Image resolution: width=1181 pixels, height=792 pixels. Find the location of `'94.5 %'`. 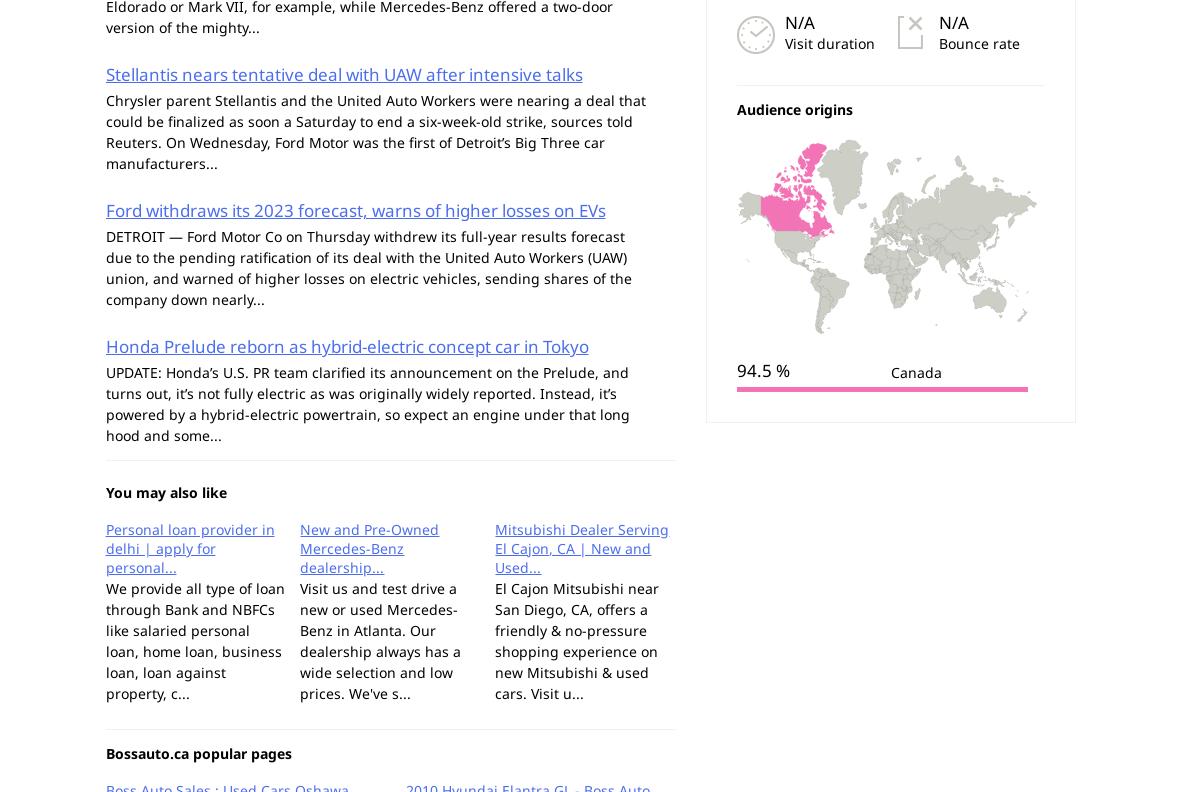

'94.5 %' is located at coordinates (761, 370).